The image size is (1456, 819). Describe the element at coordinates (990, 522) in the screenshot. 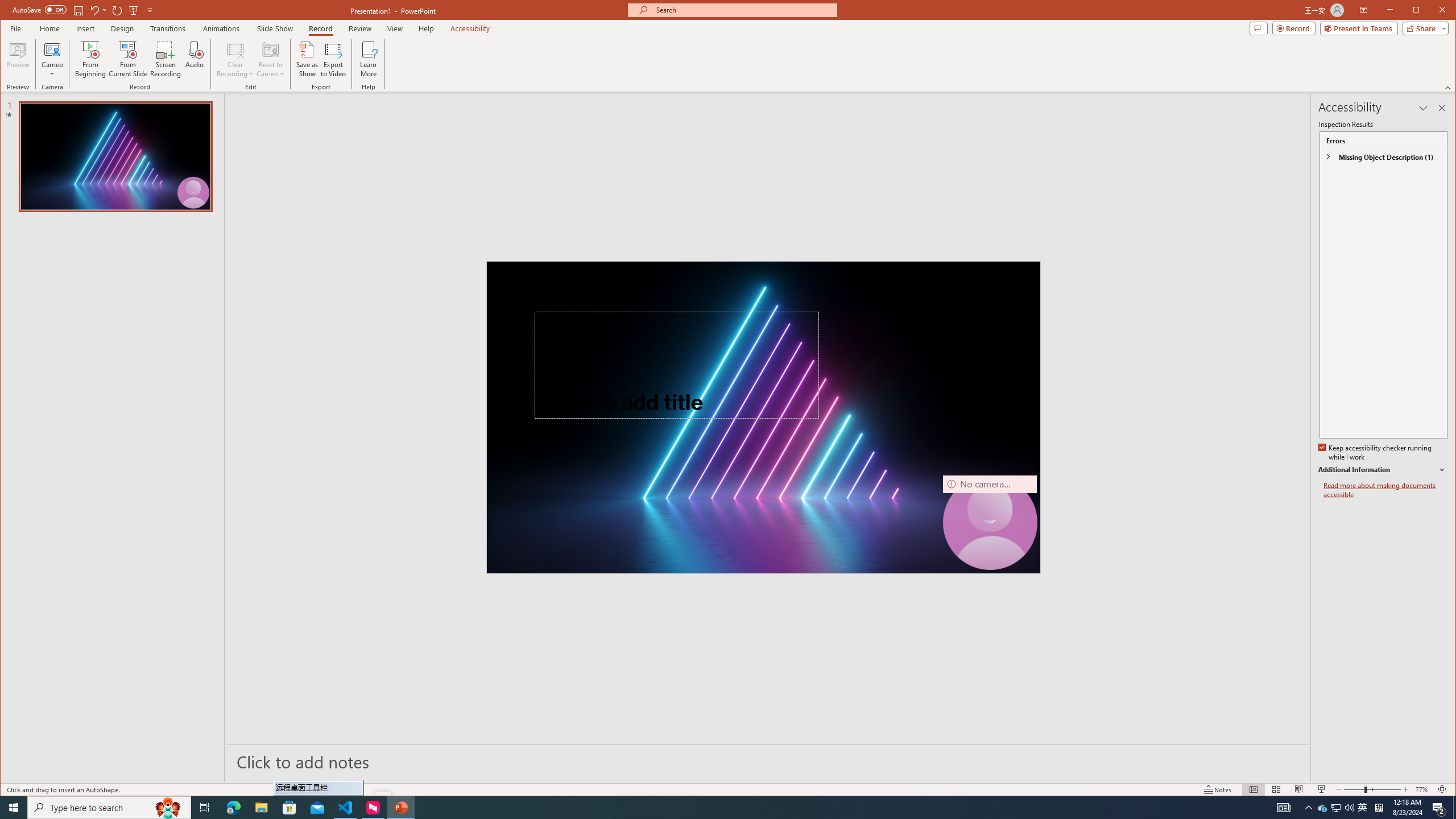

I see `'Camera 7, No camera detected.'` at that location.